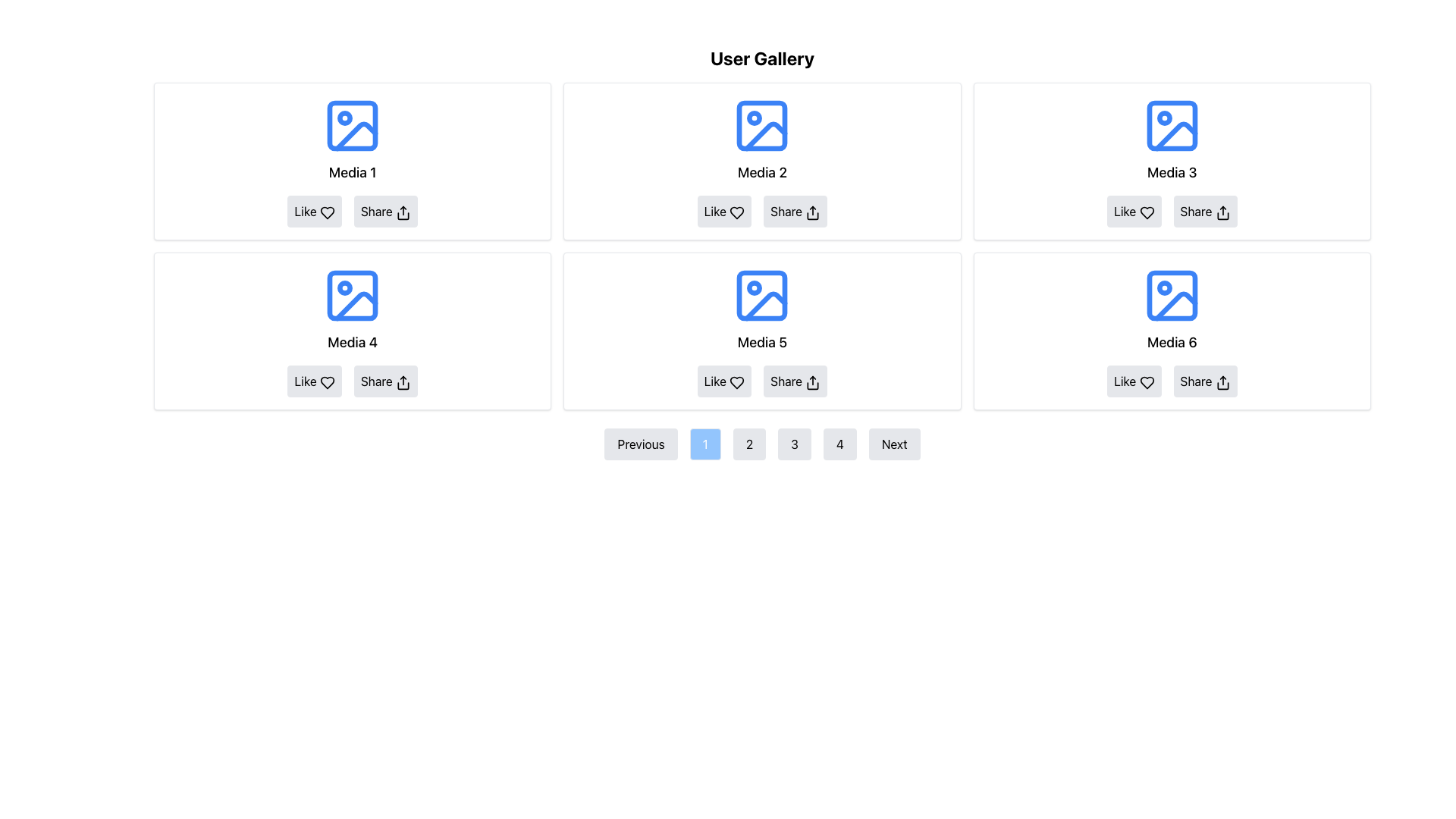 This screenshot has width=1456, height=819. Describe the element at coordinates (812, 381) in the screenshot. I see `the share icon located within the 'Share' button in the bottom-right corner of the 'Media 5' panel` at that location.